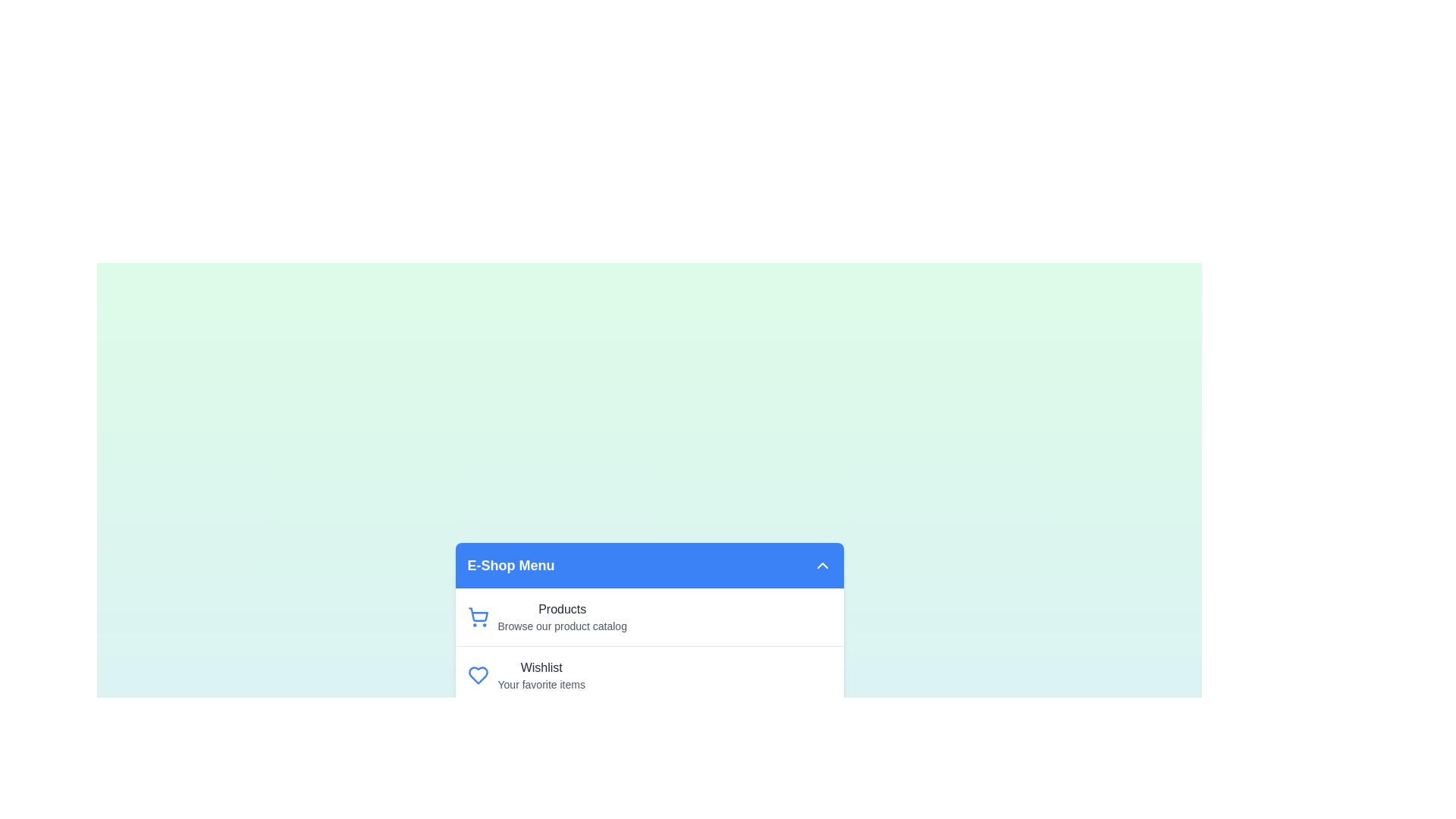  Describe the element at coordinates (561, 608) in the screenshot. I see `the menu item Products from the EcommerceFeatureMenu` at that location.